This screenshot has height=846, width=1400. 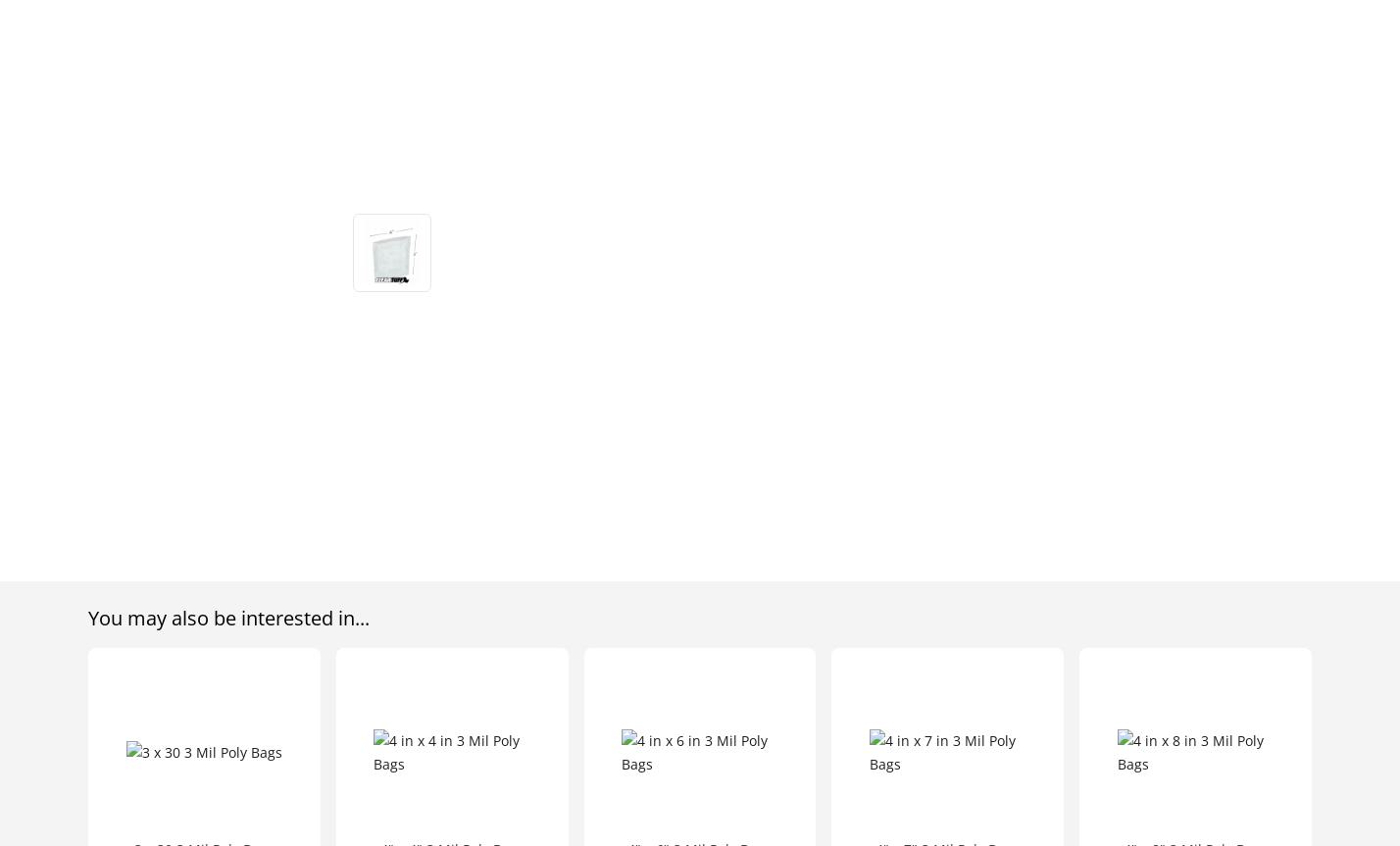 What do you see at coordinates (317, 271) in the screenshot?
I see `'All Rights Reserved'` at bounding box center [317, 271].